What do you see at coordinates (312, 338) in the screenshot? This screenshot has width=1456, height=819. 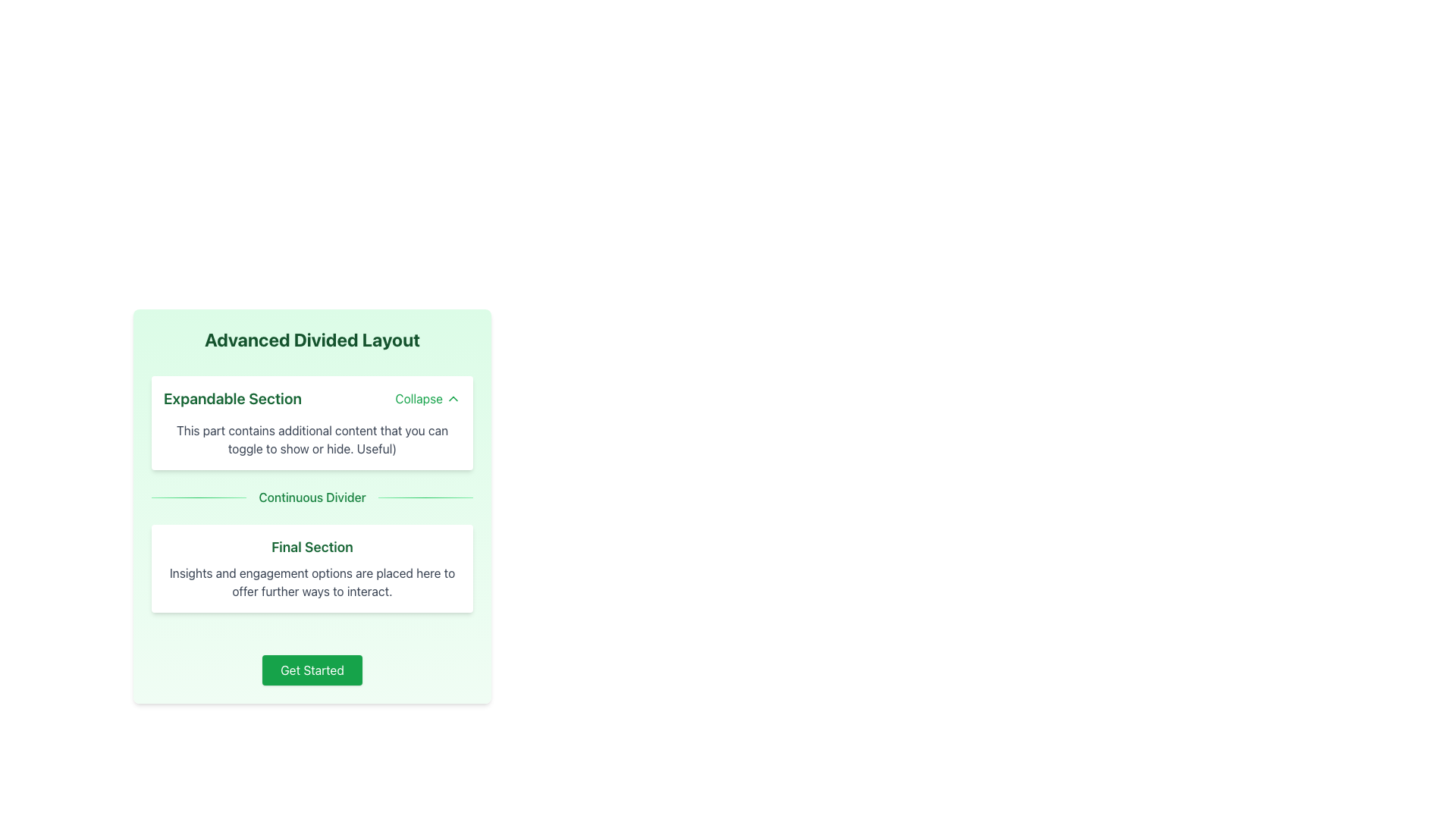 I see `text of the bold, large-sized green heading labeled 'Advanced Divided Layout' located at the top of the light green card layout` at bounding box center [312, 338].